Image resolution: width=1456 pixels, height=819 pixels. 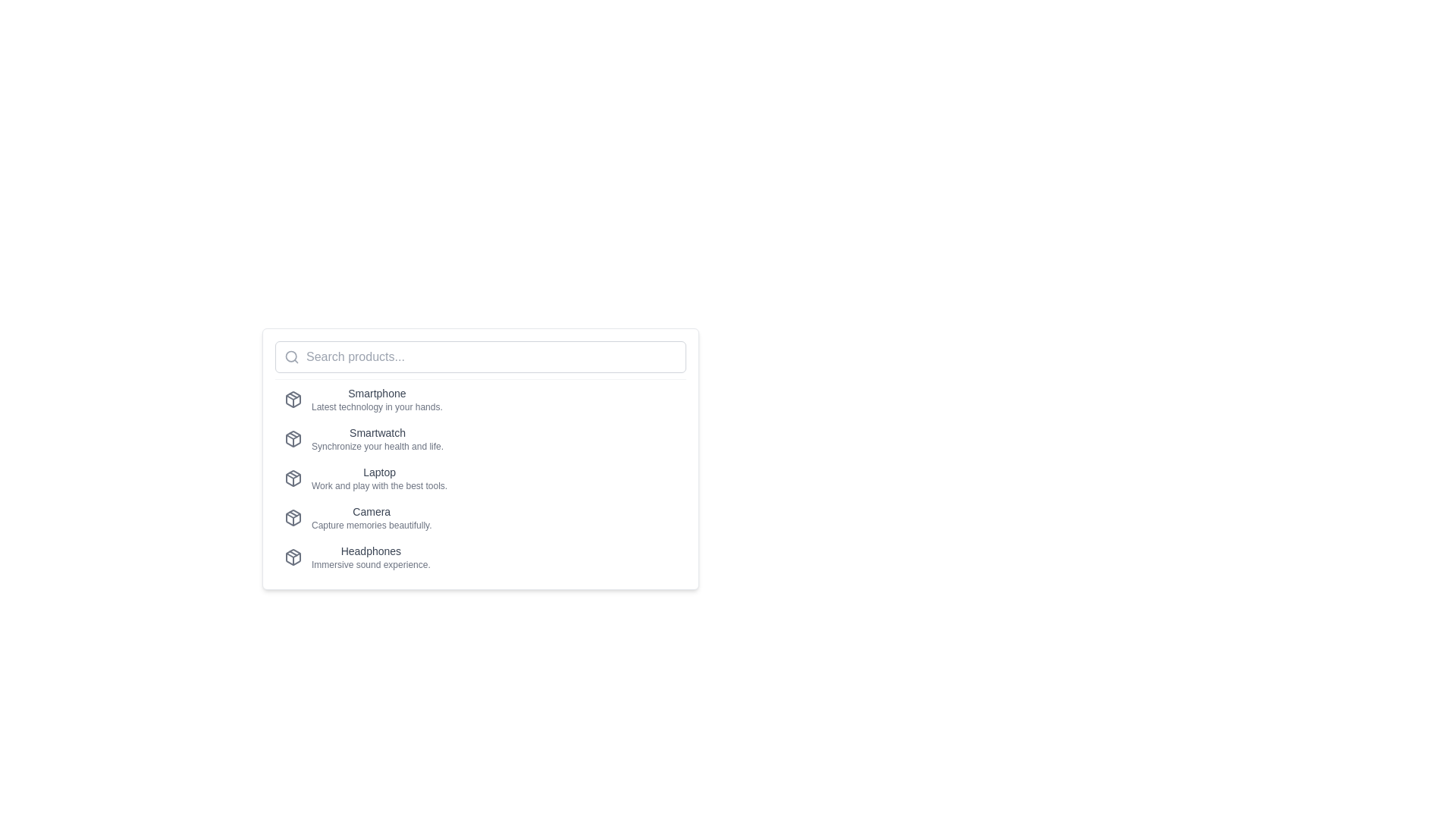 What do you see at coordinates (371, 557) in the screenshot?
I see `the text block displaying 'Headphones' in the fifth row of the search results` at bounding box center [371, 557].